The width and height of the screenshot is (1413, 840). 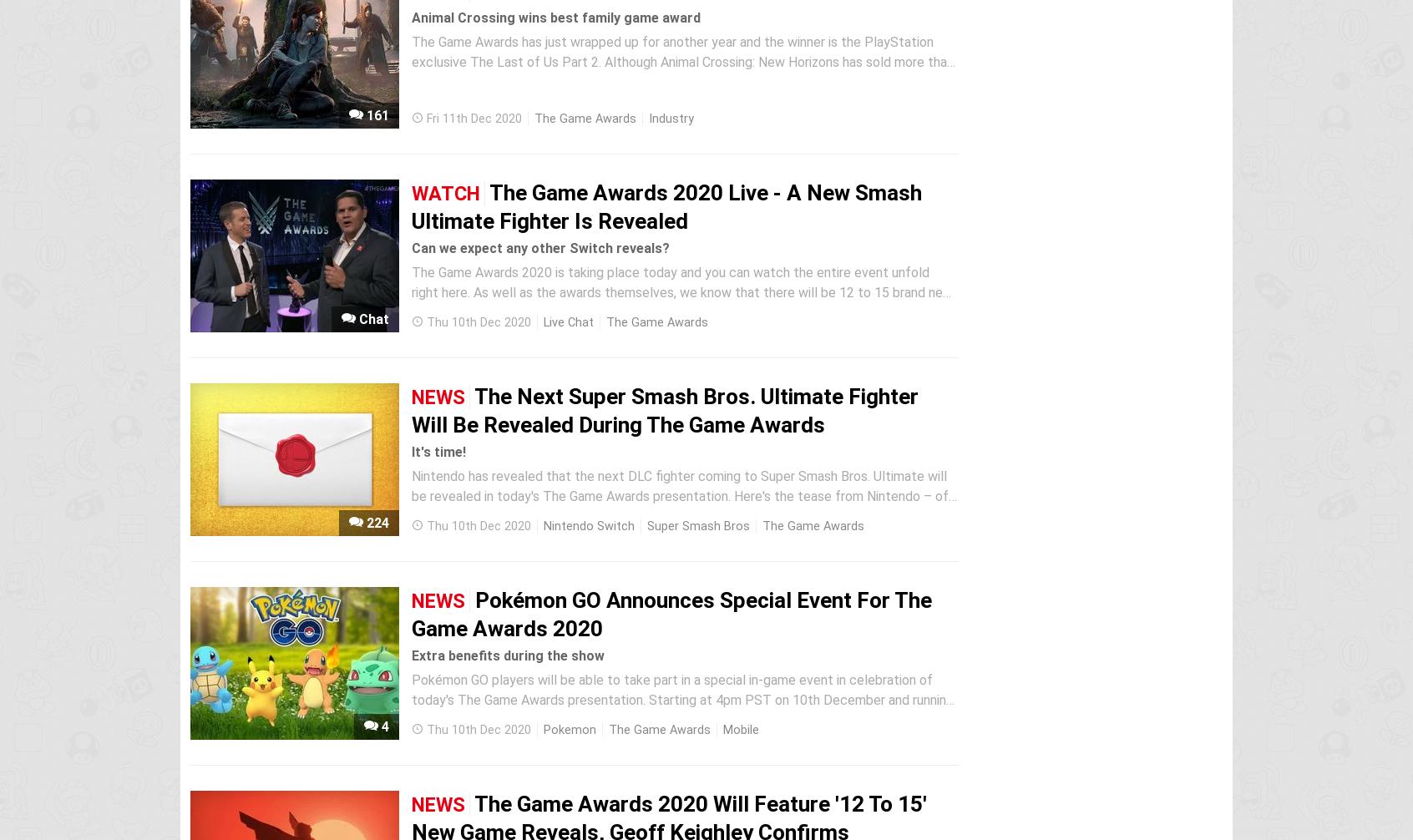 What do you see at coordinates (411, 409) in the screenshot?
I see `'The Next Super Smash Bros. Ultimate Fighter Will Be Revealed During The Game Awards'` at bounding box center [411, 409].